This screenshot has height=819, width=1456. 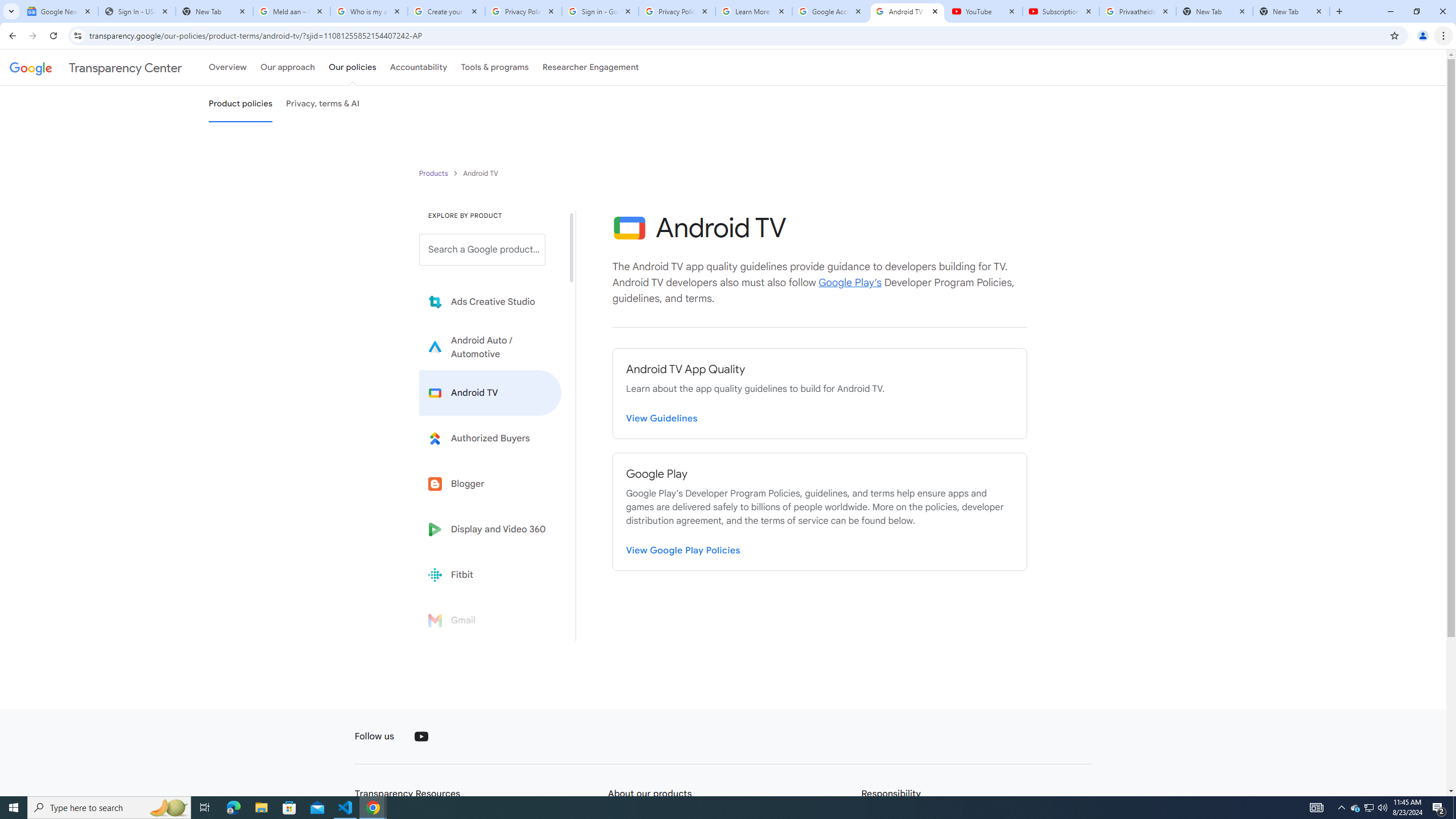 What do you see at coordinates (682, 548) in the screenshot?
I see `'View Google Play Policies'` at bounding box center [682, 548].